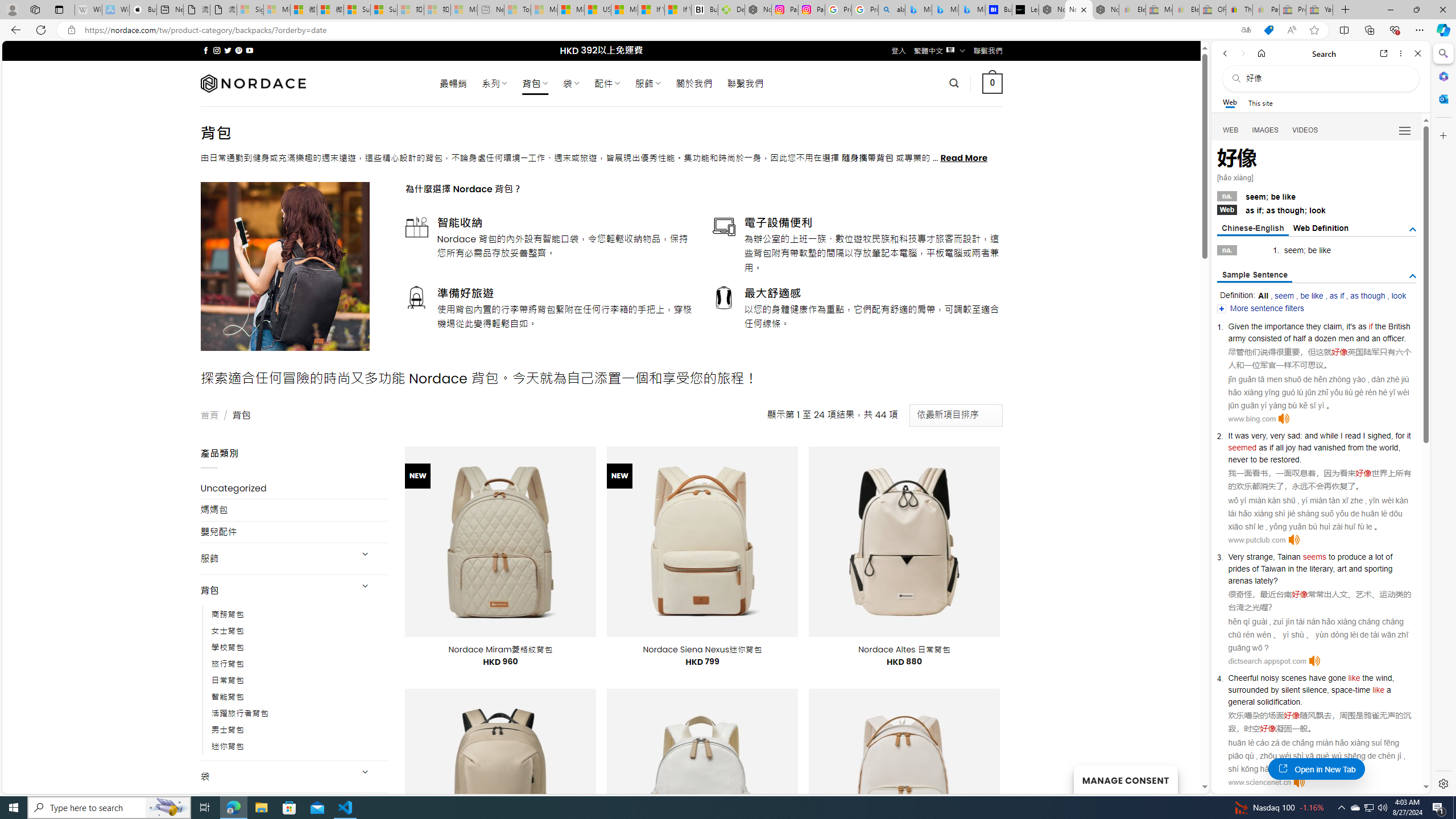 This screenshot has height=819, width=1456. Describe the element at coordinates (1252, 418) in the screenshot. I see `'www.bing.com'` at that location.